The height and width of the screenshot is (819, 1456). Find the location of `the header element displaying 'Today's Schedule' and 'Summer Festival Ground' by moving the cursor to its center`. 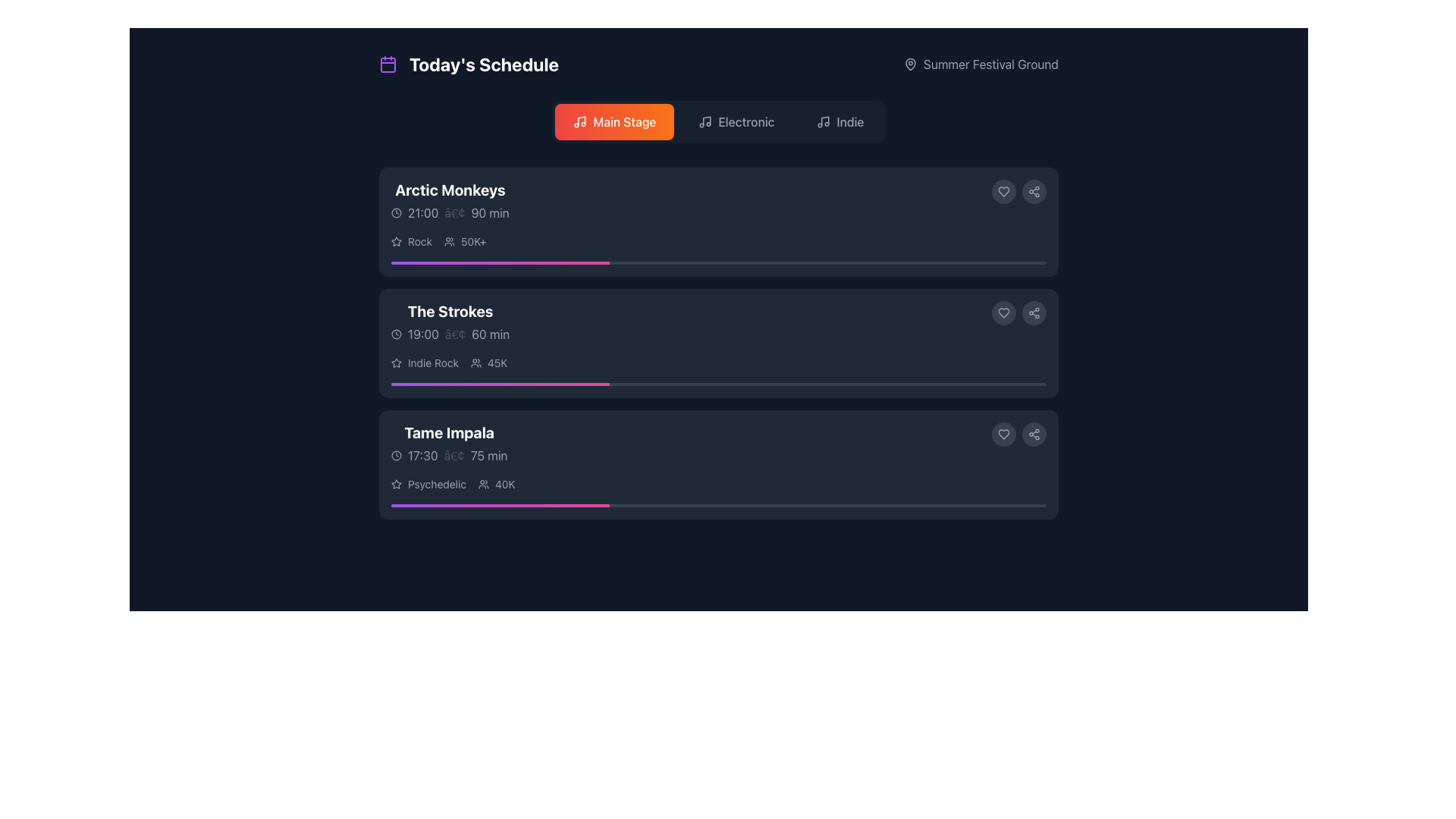

the header element displaying 'Today's Schedule' and 'Summer Festival Ground' by moving the cursor to its center is located at coordinates (718, 63).